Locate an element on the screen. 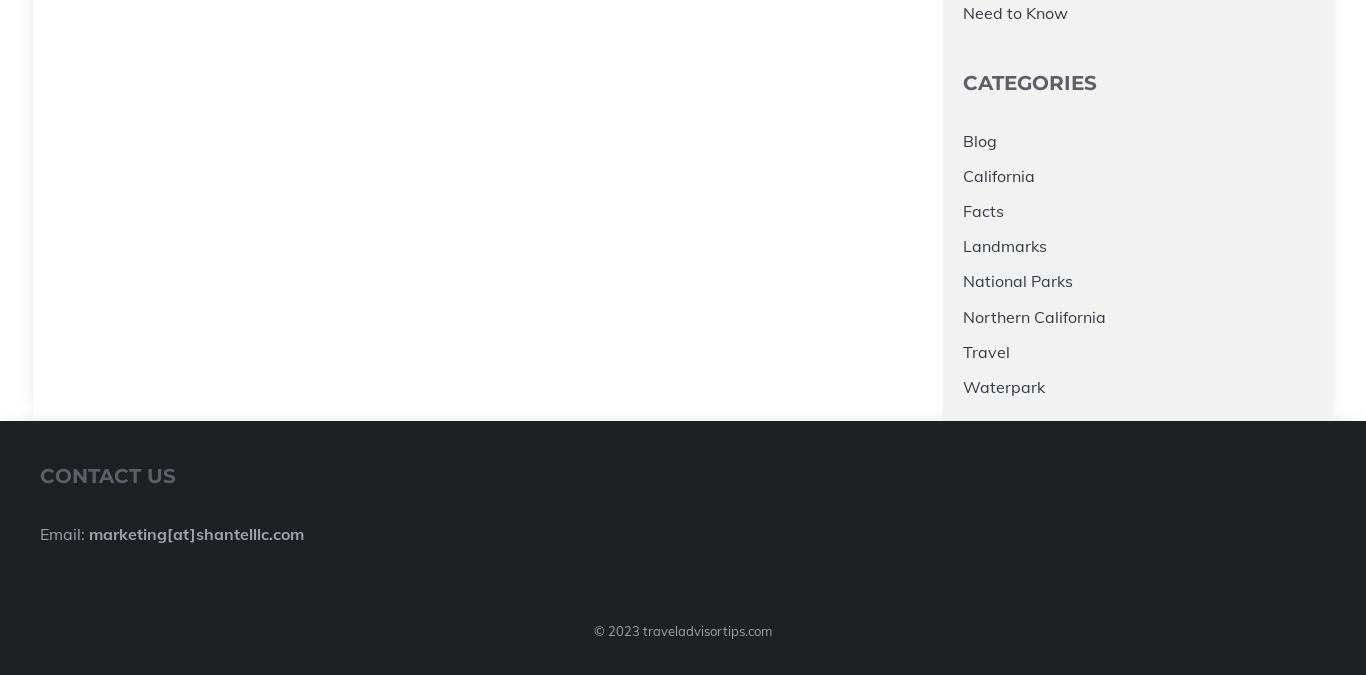 The height and width of the screenshot is (675, 1366). 'Northern California' is located at coordinates (963, 314).